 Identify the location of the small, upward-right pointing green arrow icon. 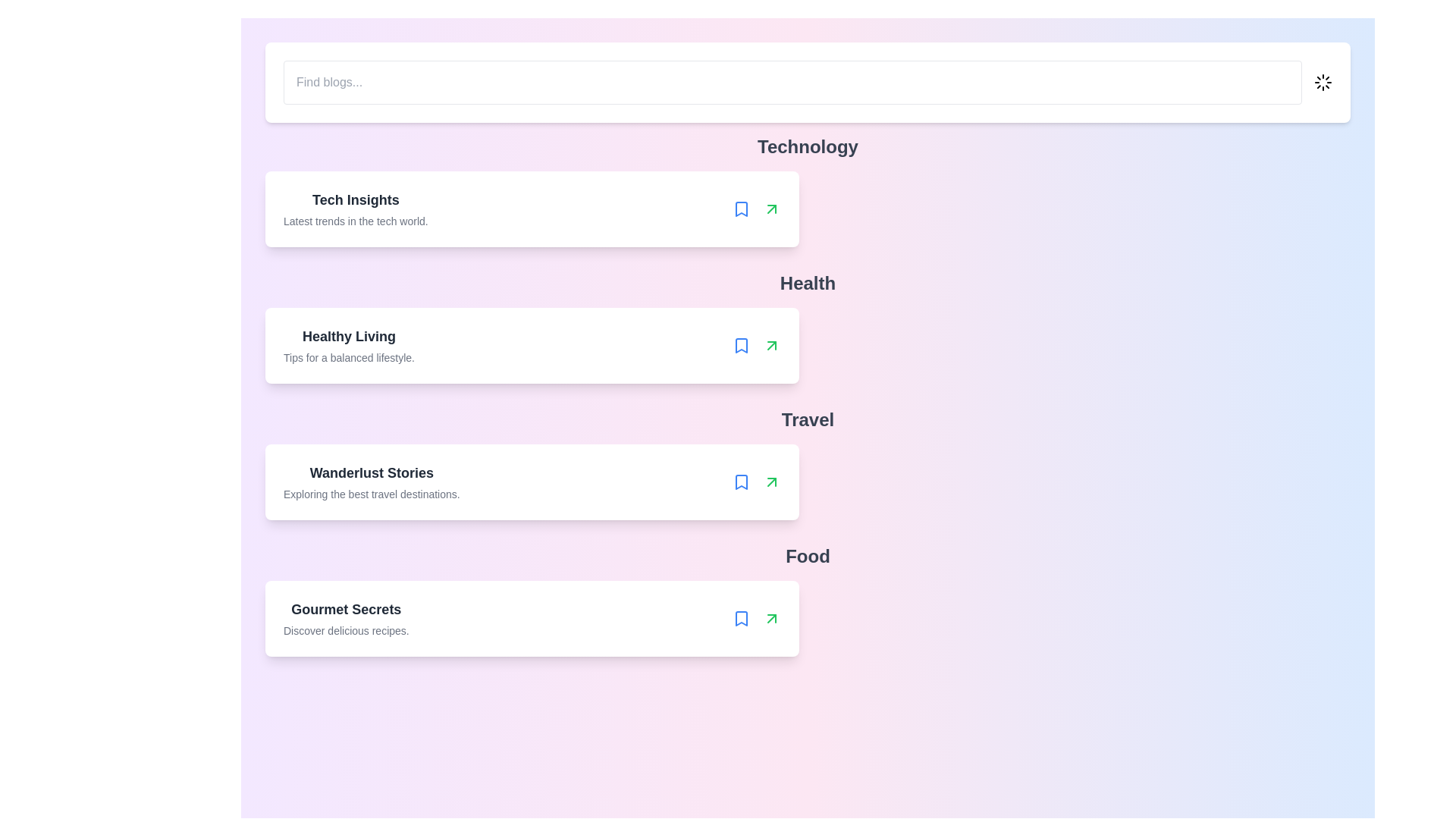
(771, 209).